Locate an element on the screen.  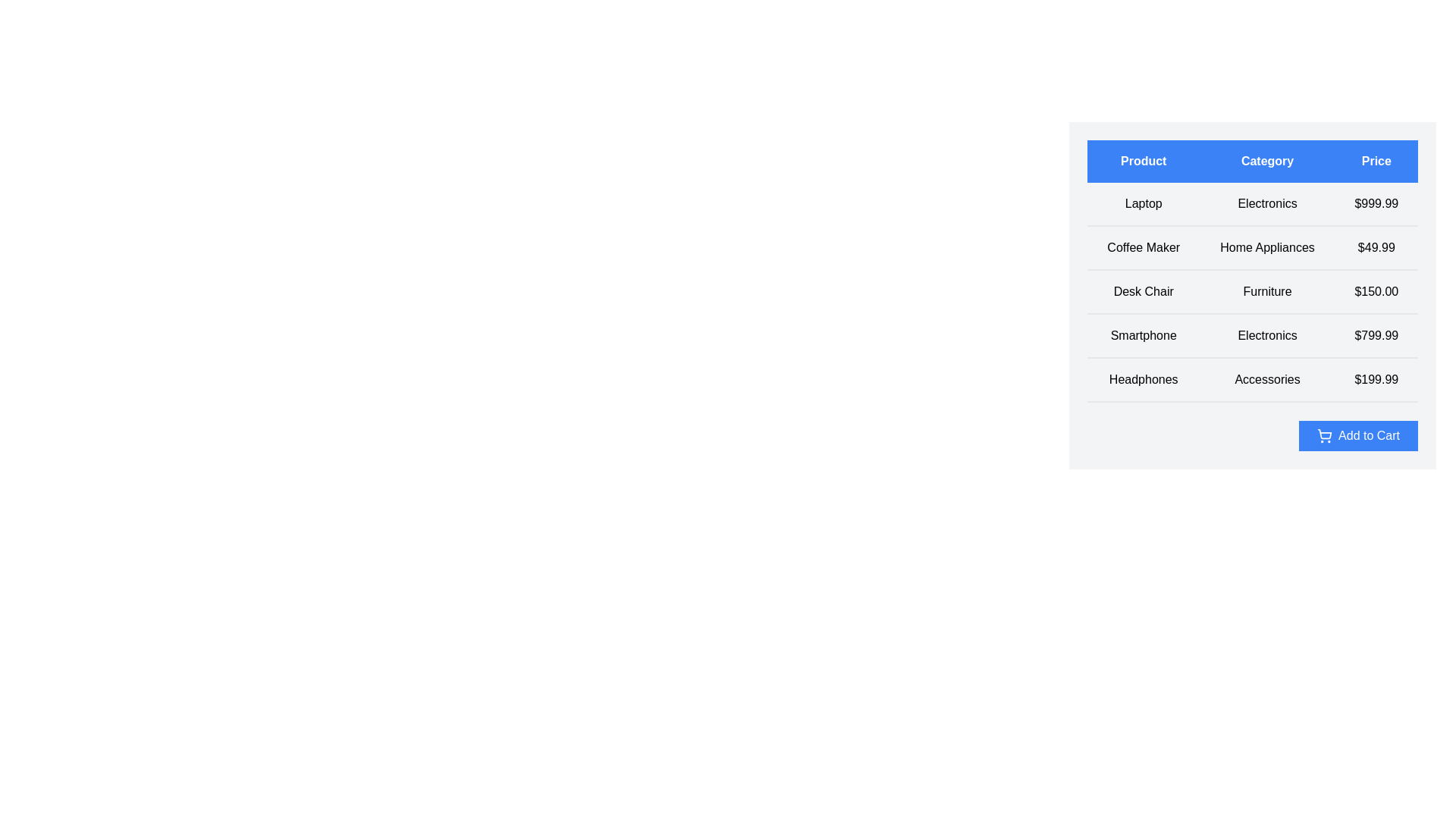
the 'Category' header label in the table, which is the second item in the header bar positioned at the top of the table interface is located at coordinates (1267, 161).